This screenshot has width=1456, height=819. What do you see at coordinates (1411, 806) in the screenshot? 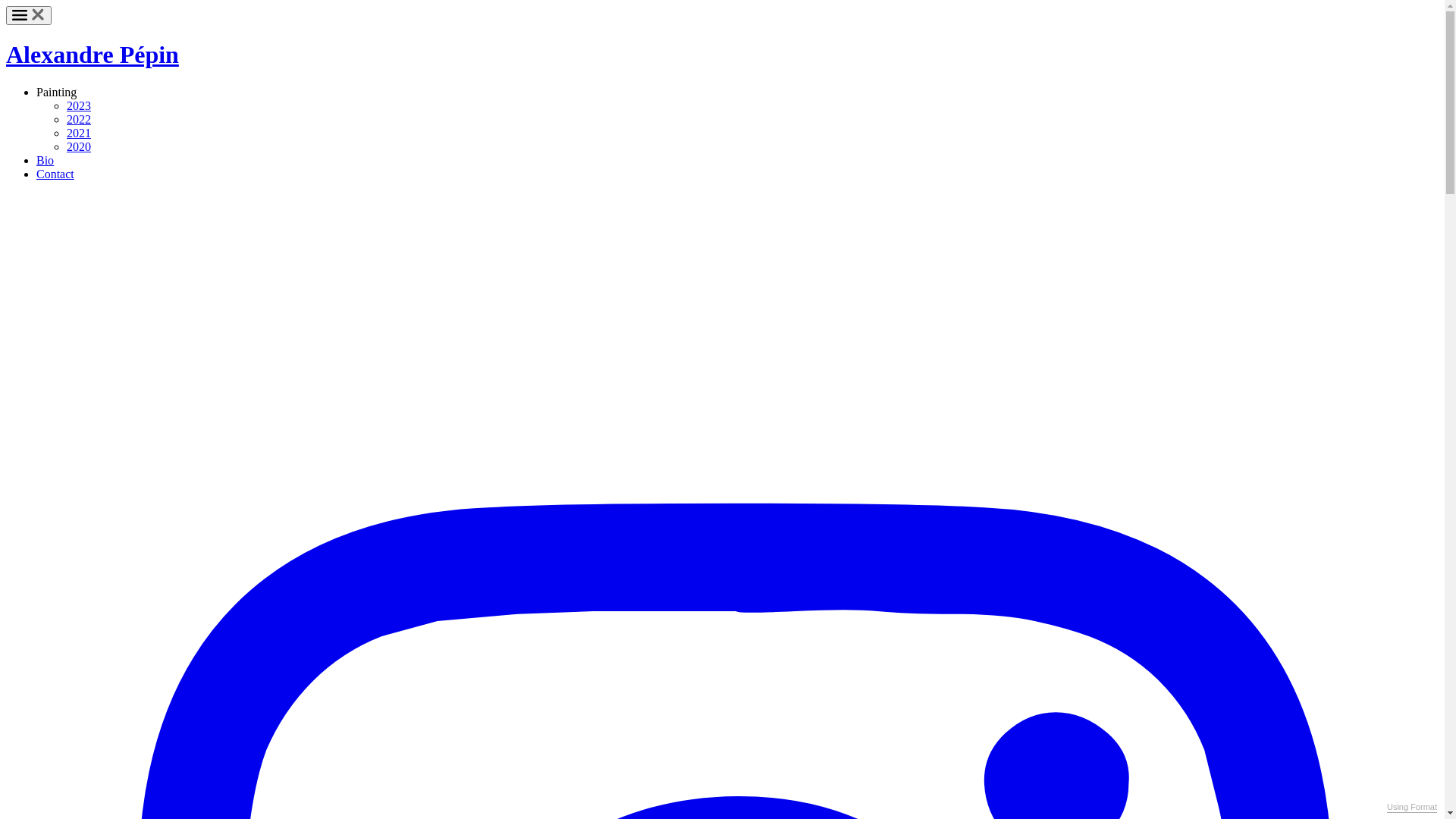
I see `'Using Format'` at bounding box center [1411, 806].